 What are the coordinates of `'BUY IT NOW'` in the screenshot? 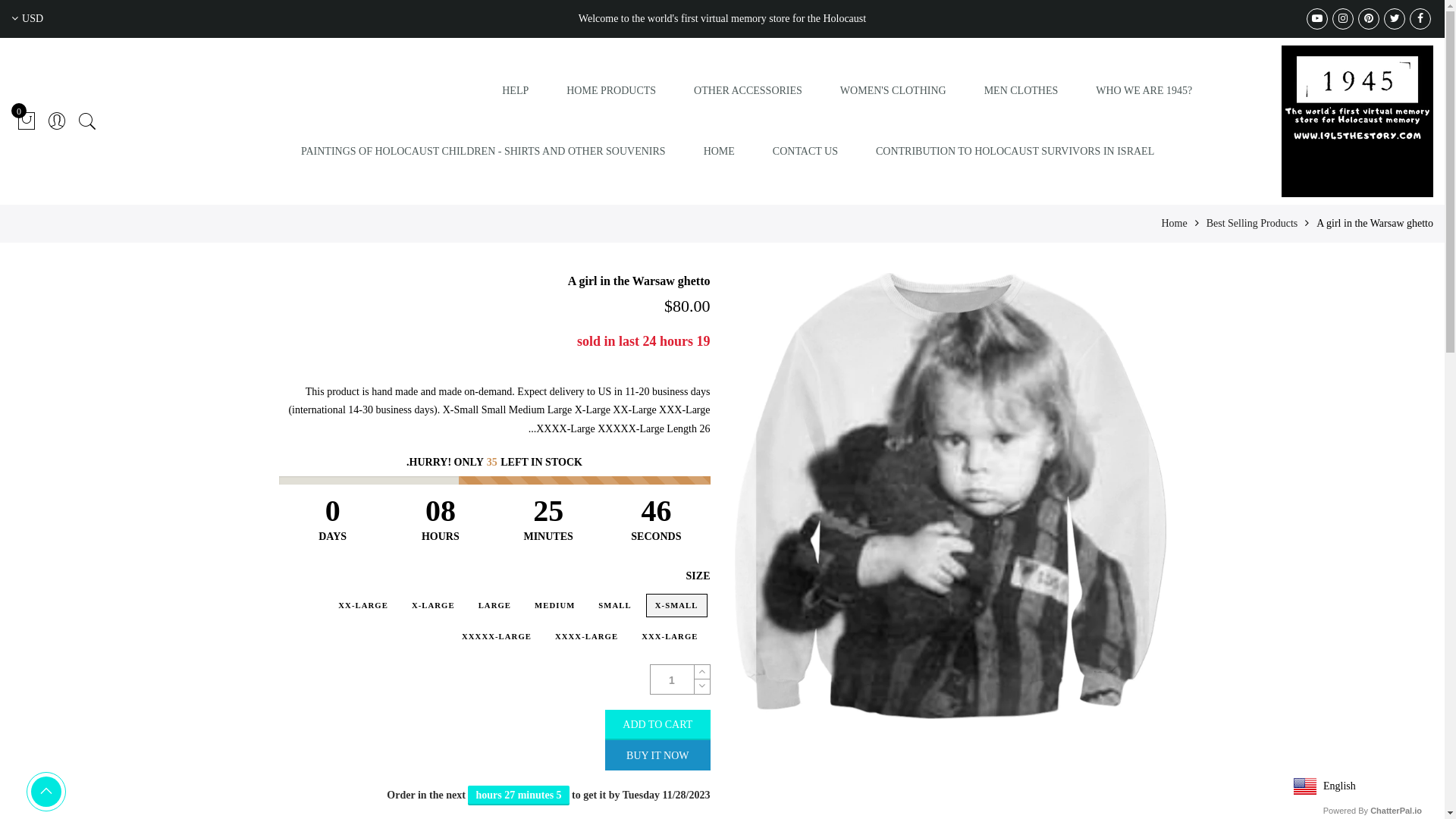 It's located at (657, 755).